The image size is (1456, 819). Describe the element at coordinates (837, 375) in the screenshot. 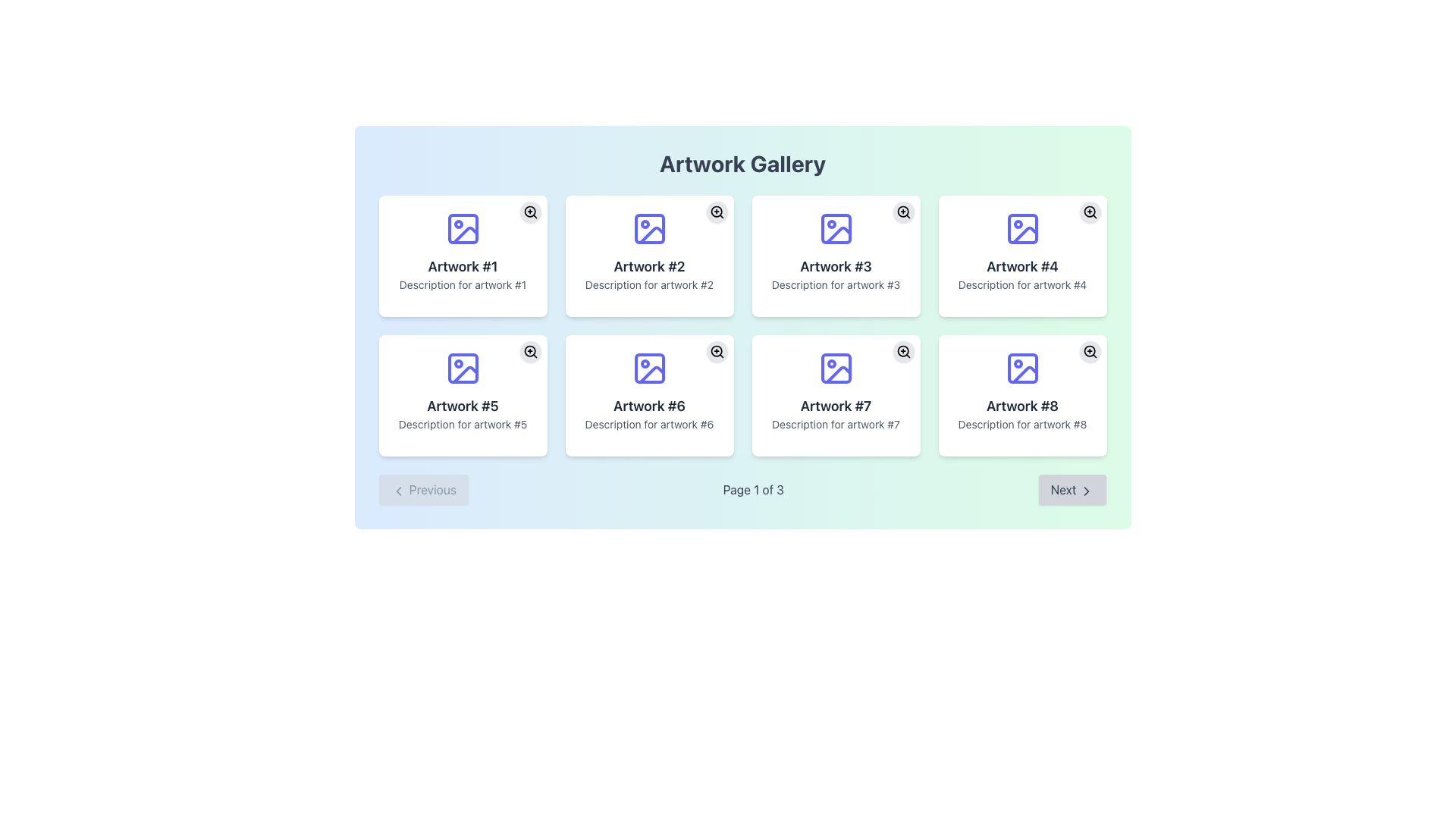

I see `the Vector Icon Component within the 'Artwork #7' card in the artwork gallery` at that location.